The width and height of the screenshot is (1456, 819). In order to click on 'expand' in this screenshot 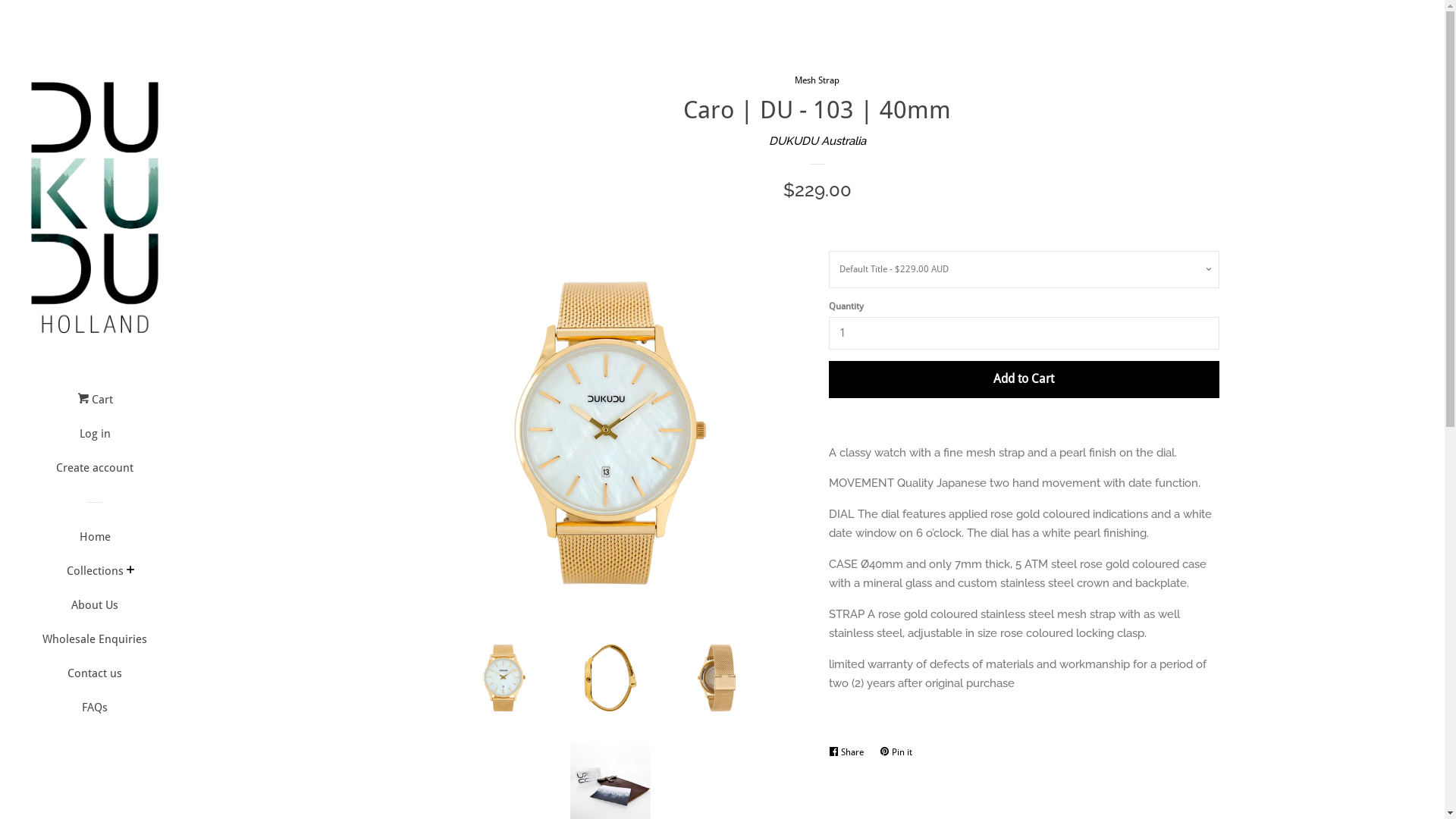, I will do `click(130, 570)`.